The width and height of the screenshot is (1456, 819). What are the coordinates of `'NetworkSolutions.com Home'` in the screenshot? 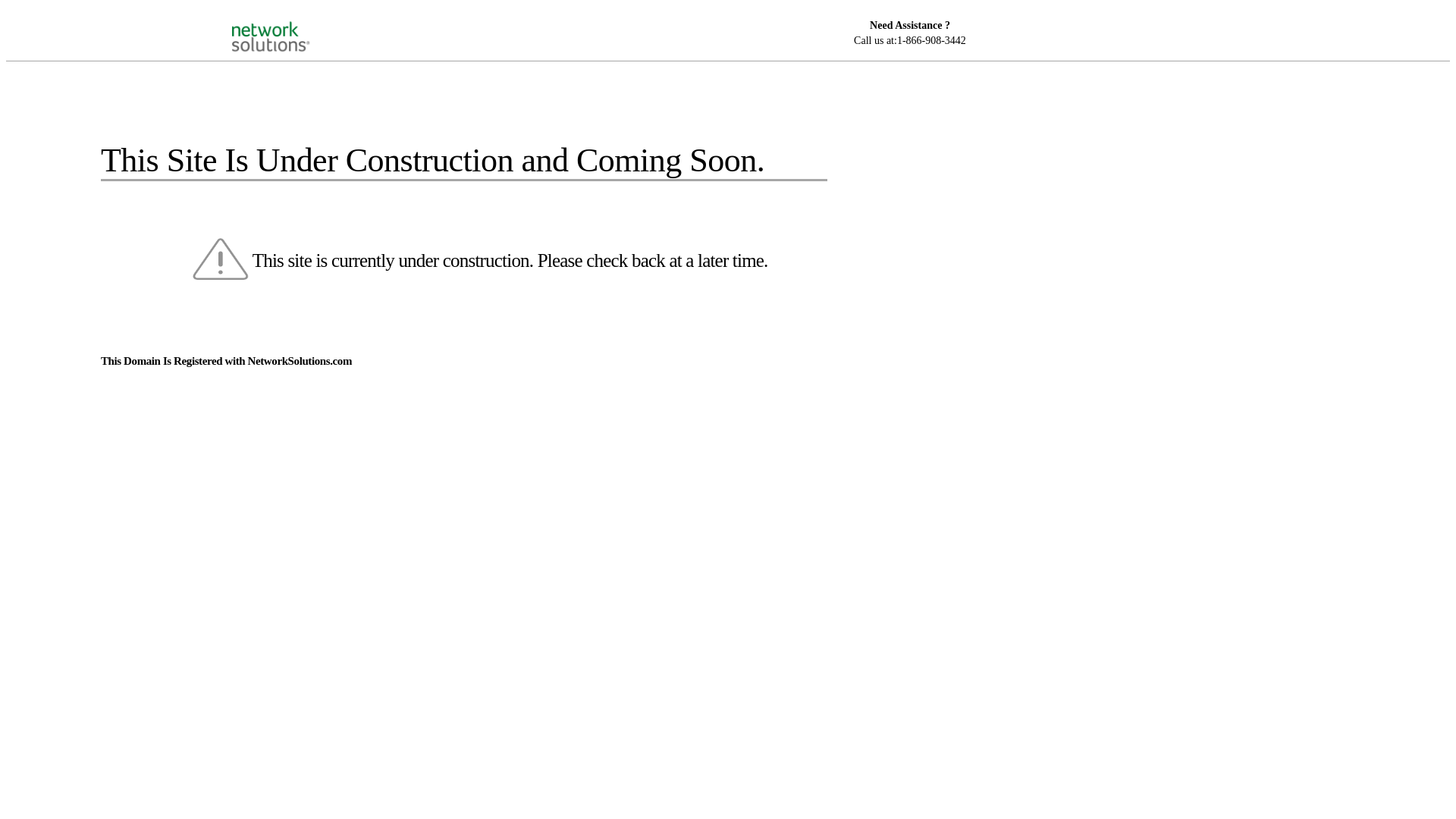 It's located at (290, 23).